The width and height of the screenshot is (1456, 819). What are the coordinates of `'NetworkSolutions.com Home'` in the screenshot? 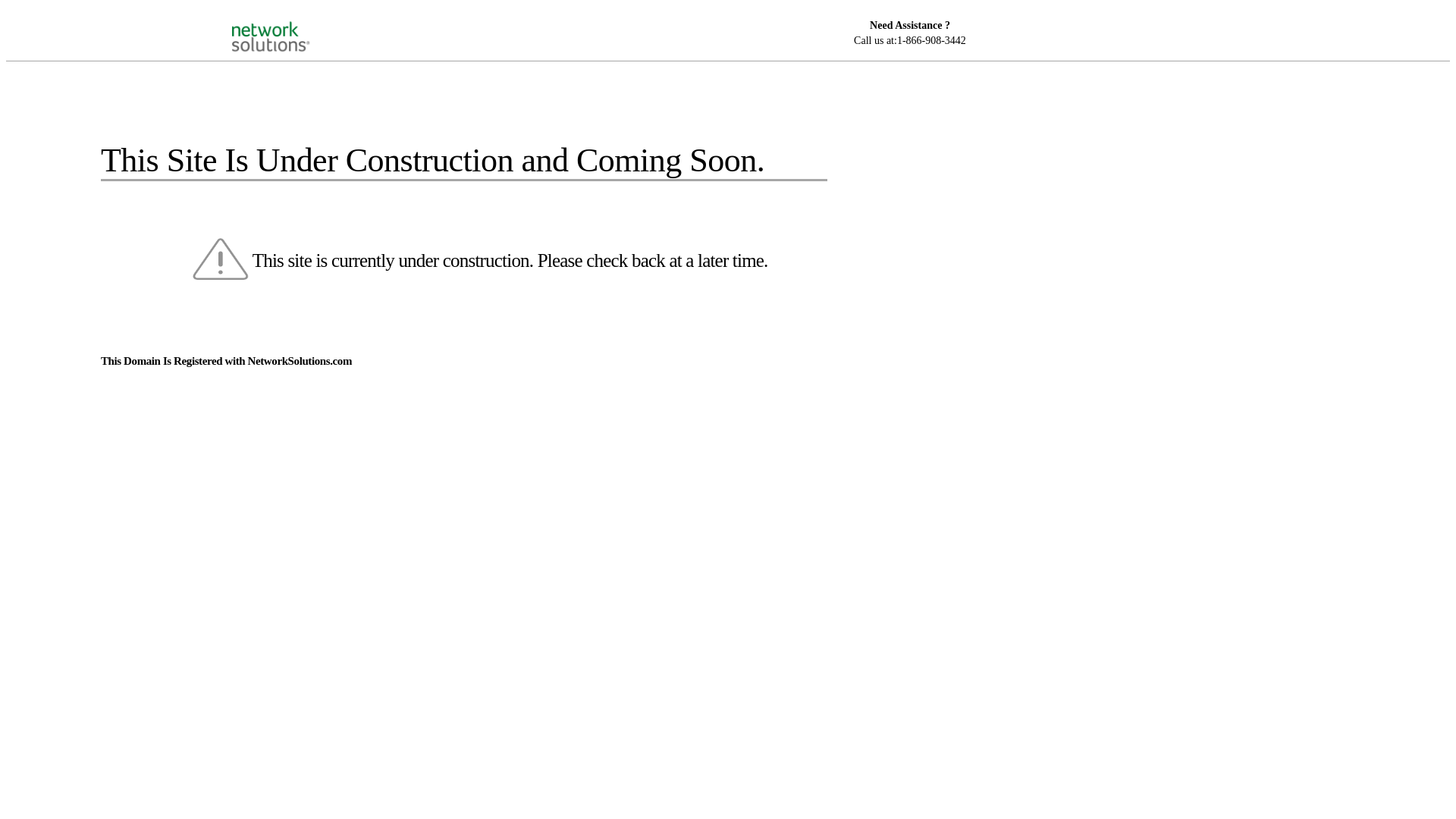 It's located at (290, 23).